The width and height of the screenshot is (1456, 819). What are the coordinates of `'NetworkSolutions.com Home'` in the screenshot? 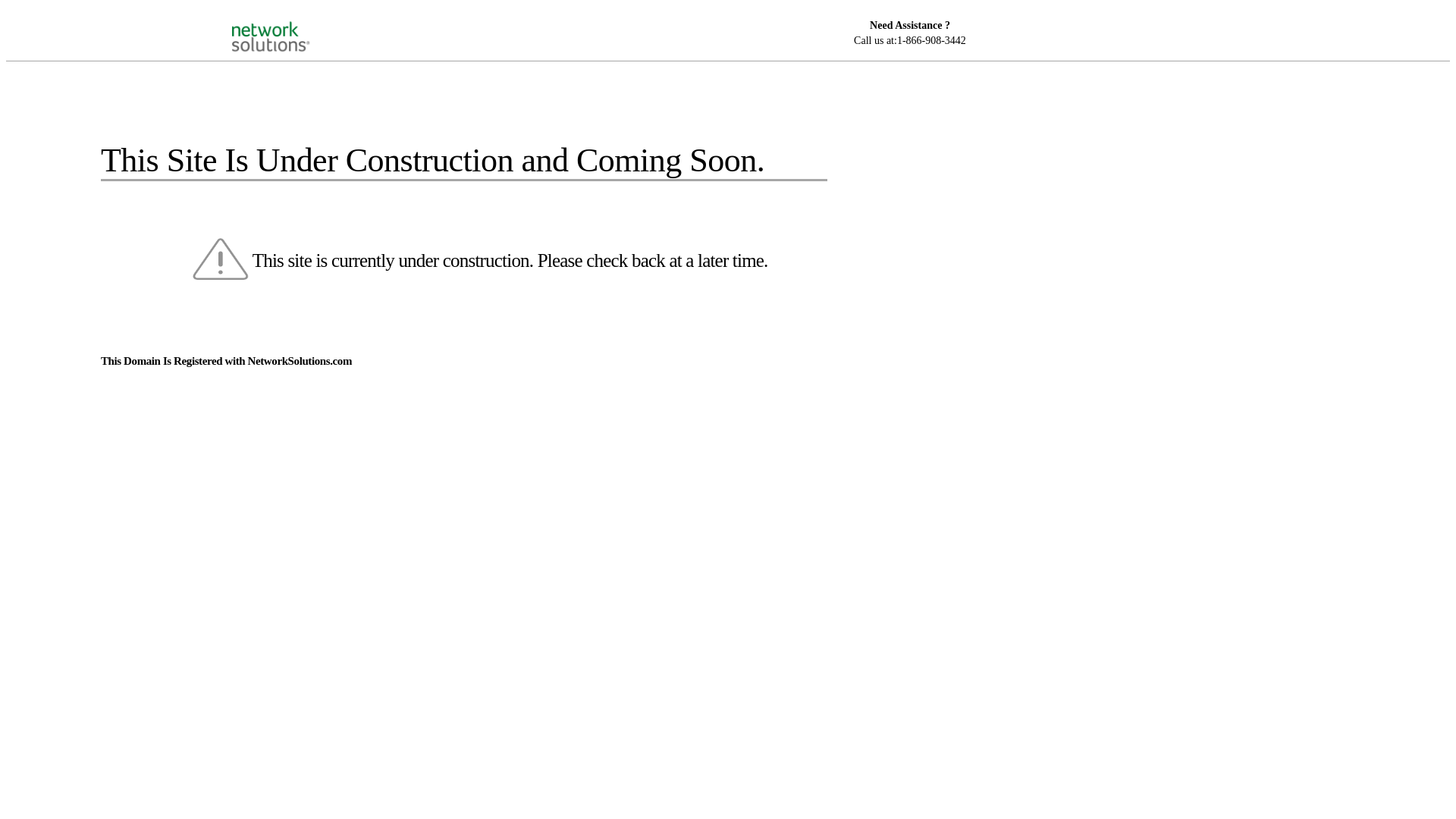 It's located at (290, 23).